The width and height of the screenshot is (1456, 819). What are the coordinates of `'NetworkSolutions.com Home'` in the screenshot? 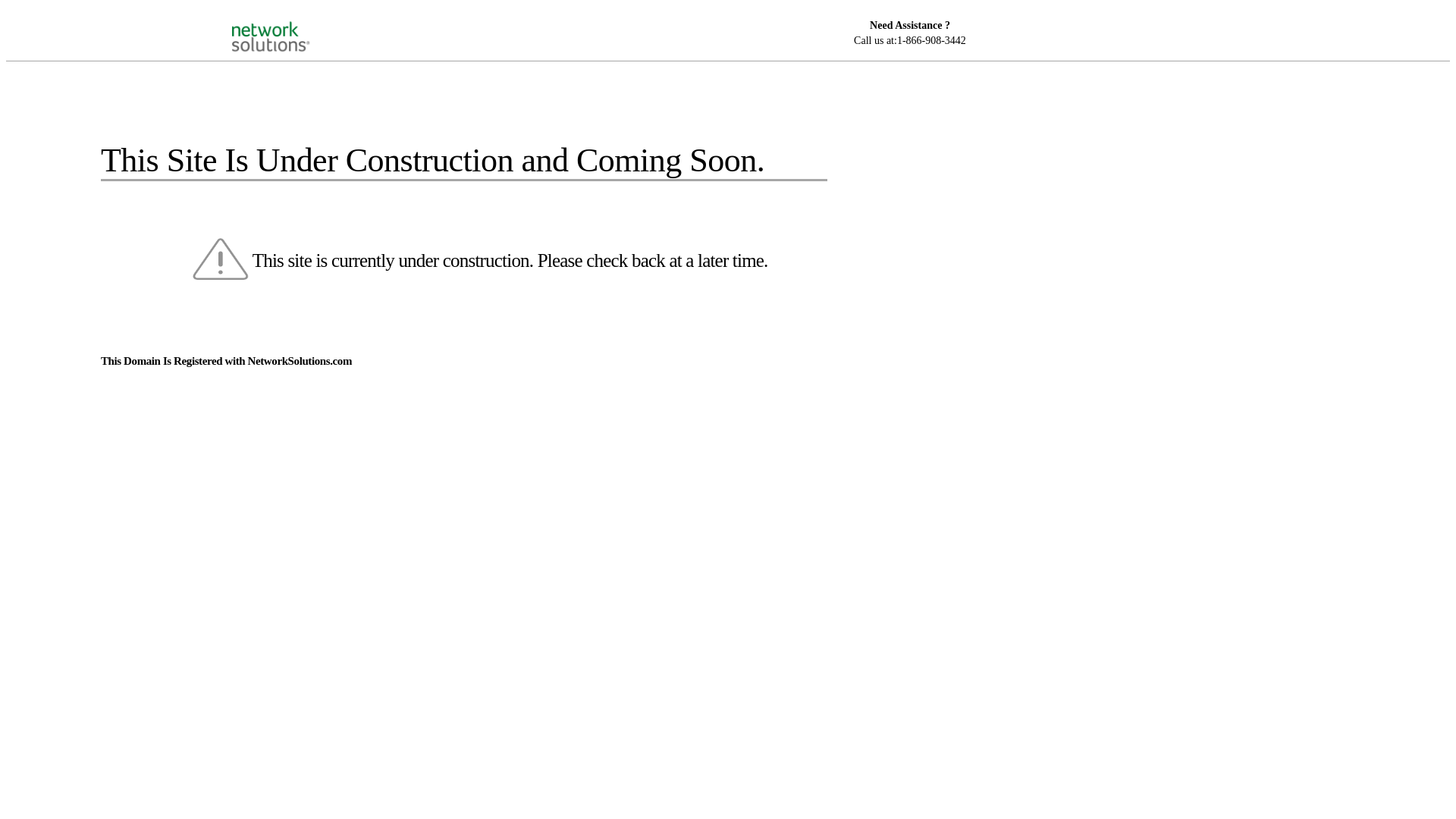 It's located at (290, 23).